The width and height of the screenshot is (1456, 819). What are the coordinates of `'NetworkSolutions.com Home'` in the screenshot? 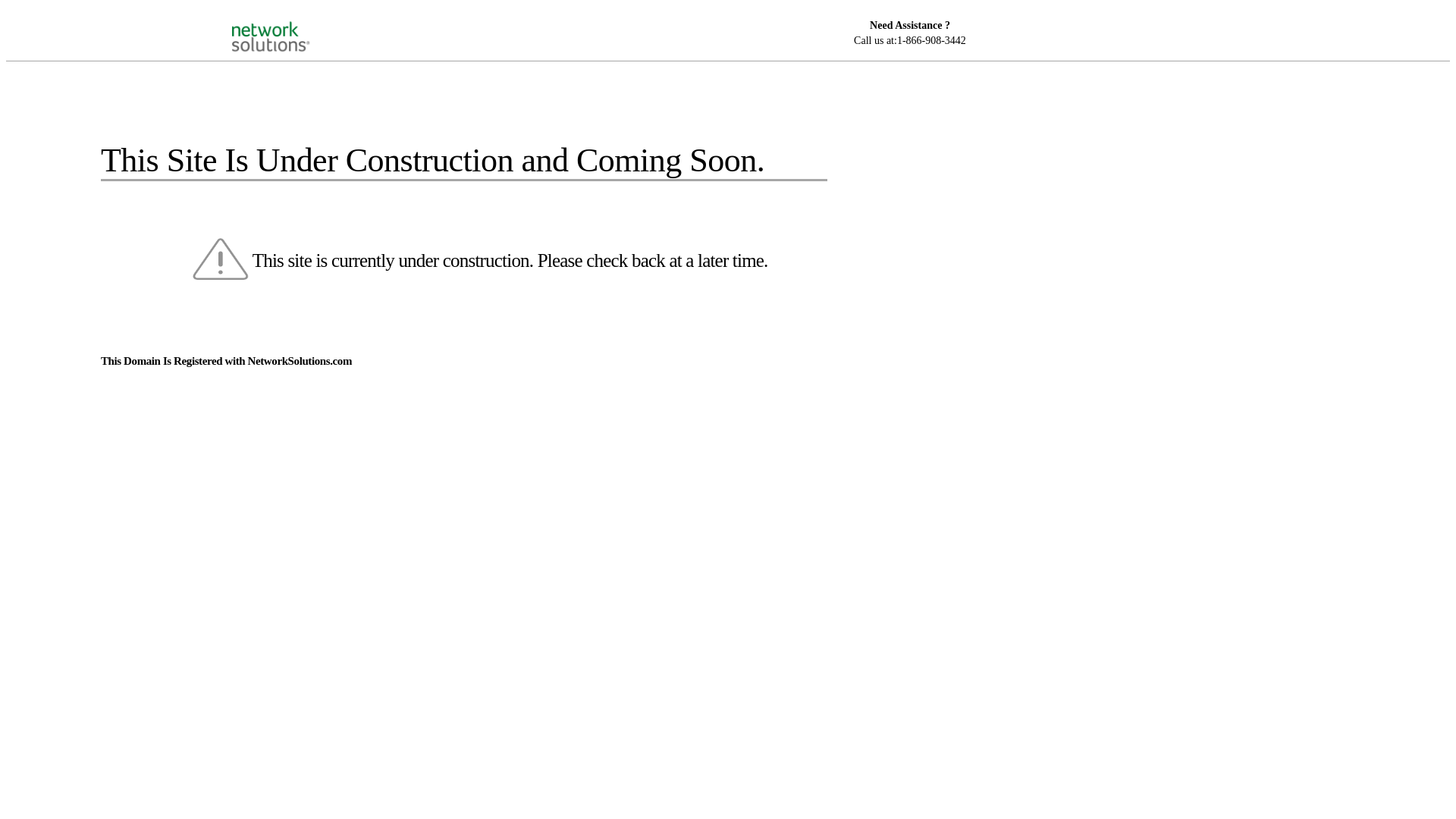 It's located at (290, 23).